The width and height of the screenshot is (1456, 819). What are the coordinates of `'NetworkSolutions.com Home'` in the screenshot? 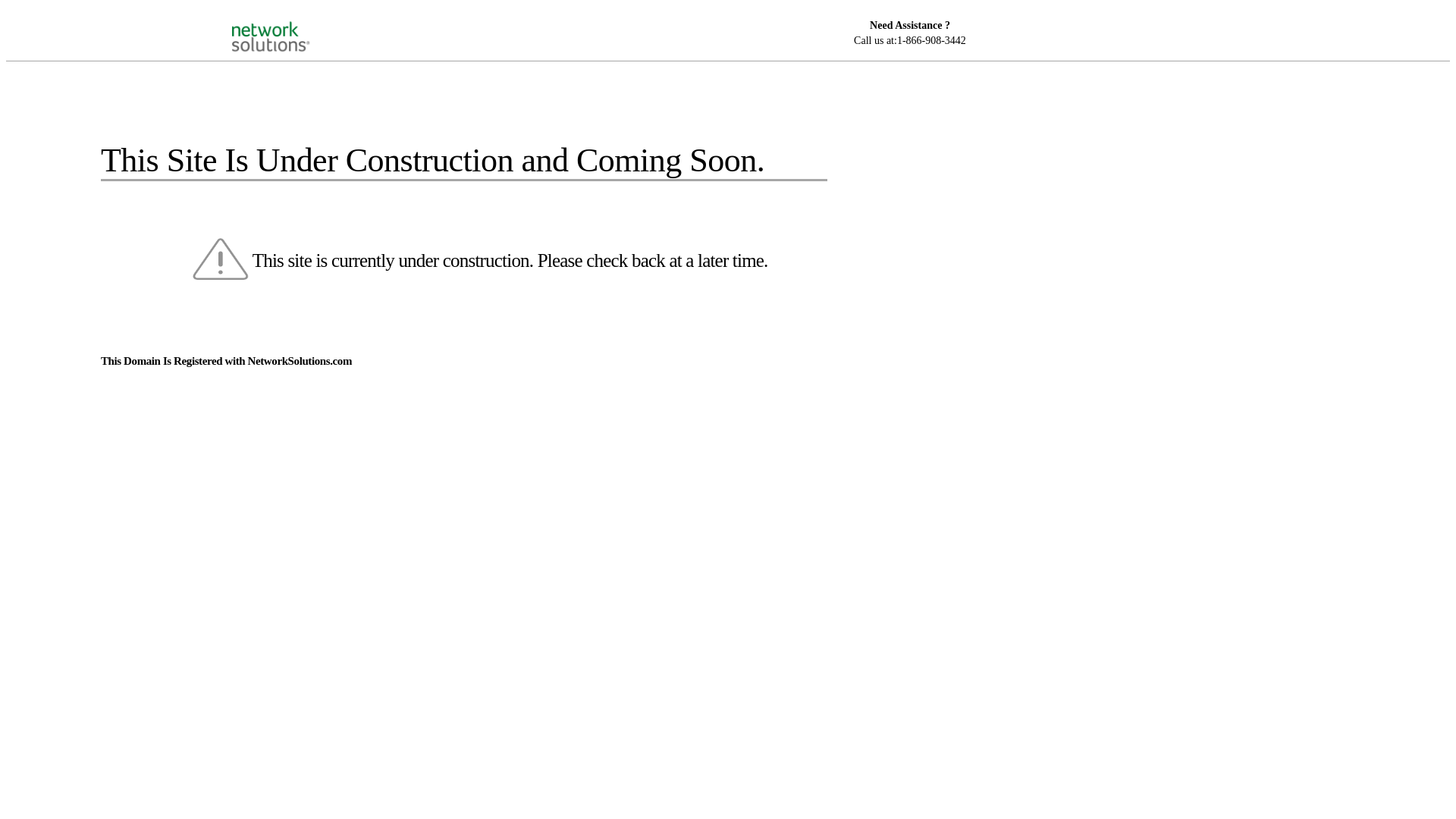 It's located at (290, 23).